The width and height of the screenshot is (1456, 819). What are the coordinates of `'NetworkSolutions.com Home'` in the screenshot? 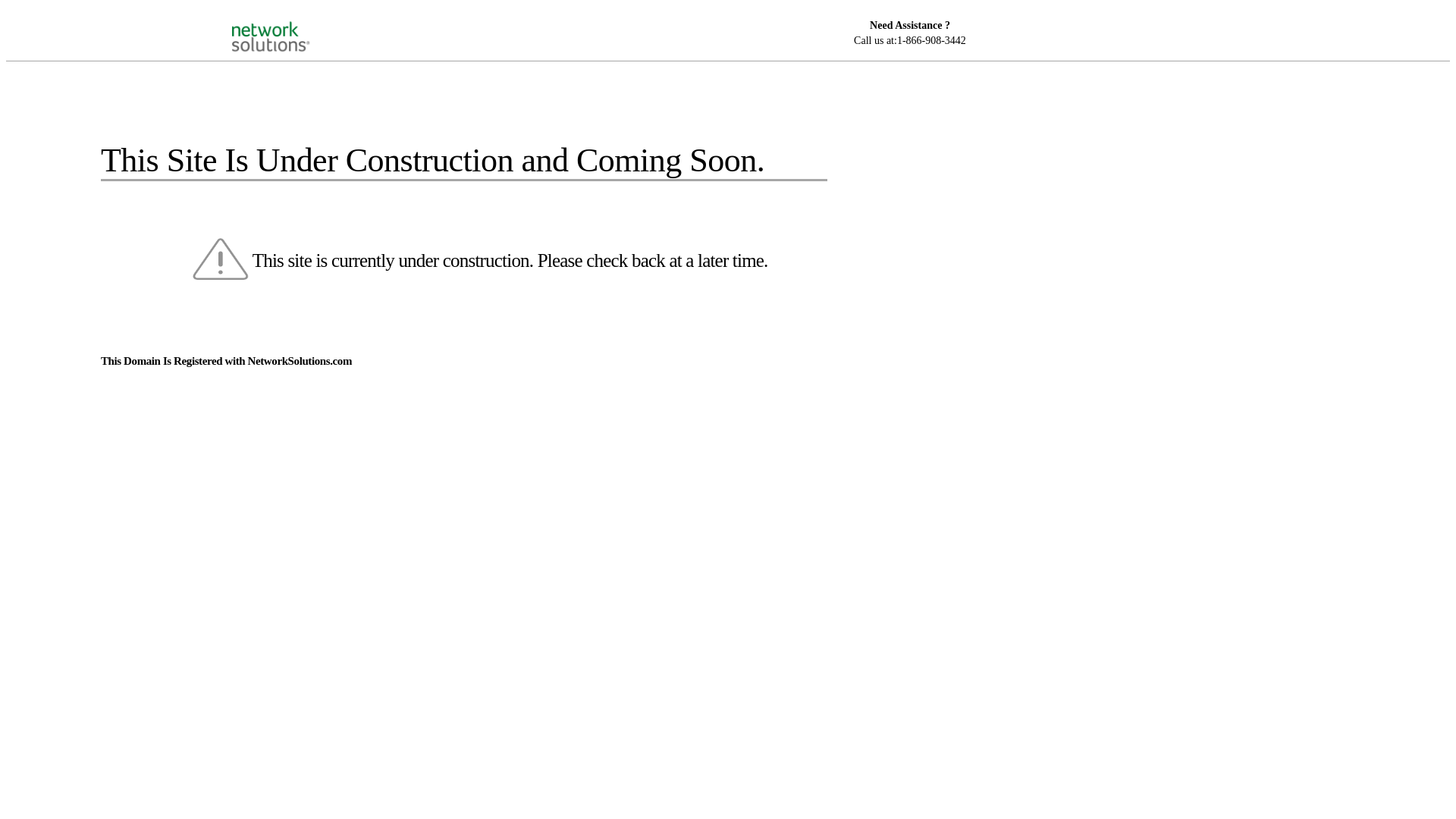 It's located at (290, 23).